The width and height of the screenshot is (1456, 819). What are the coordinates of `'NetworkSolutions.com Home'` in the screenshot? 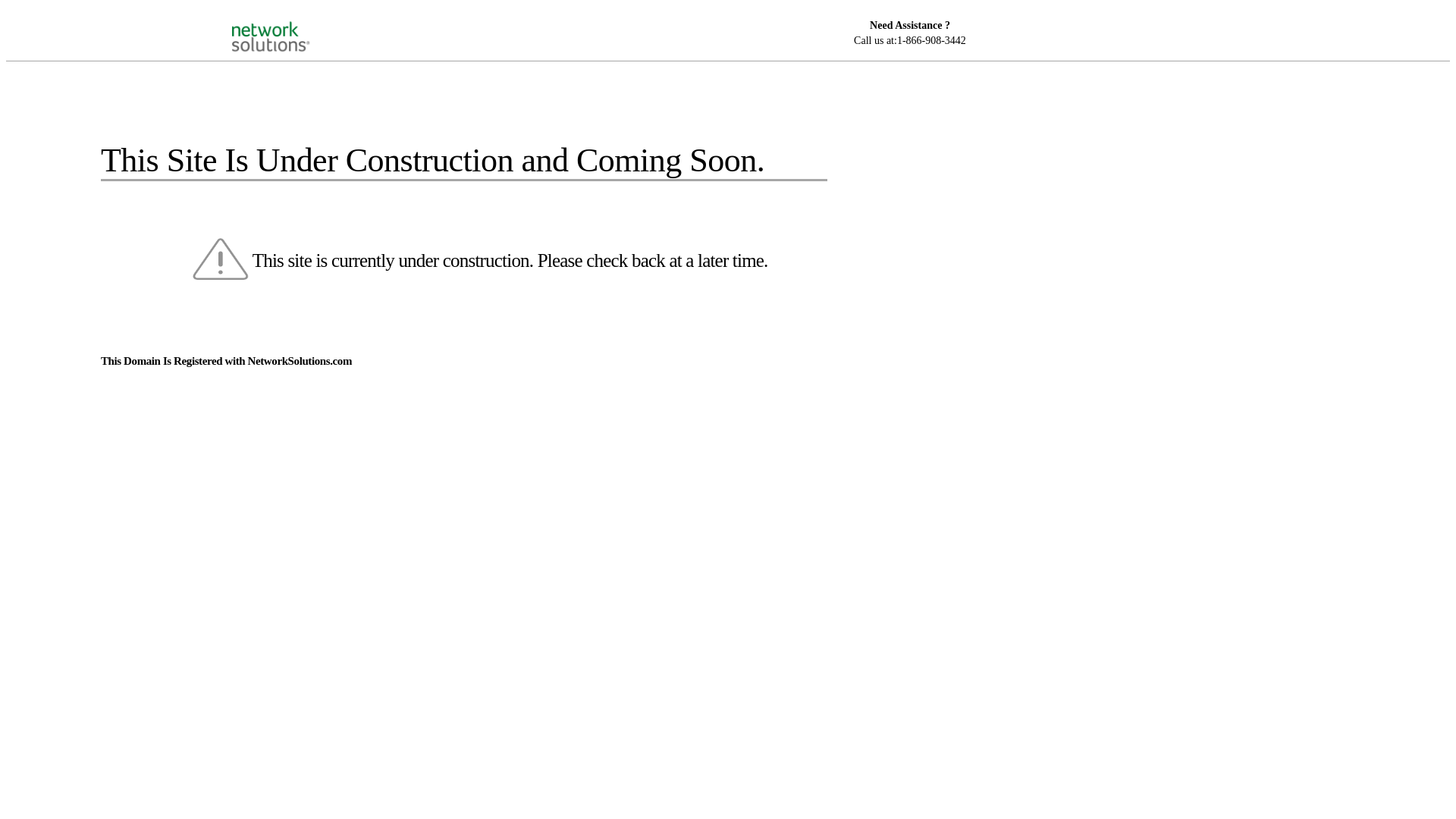 It's located at (290, 23).